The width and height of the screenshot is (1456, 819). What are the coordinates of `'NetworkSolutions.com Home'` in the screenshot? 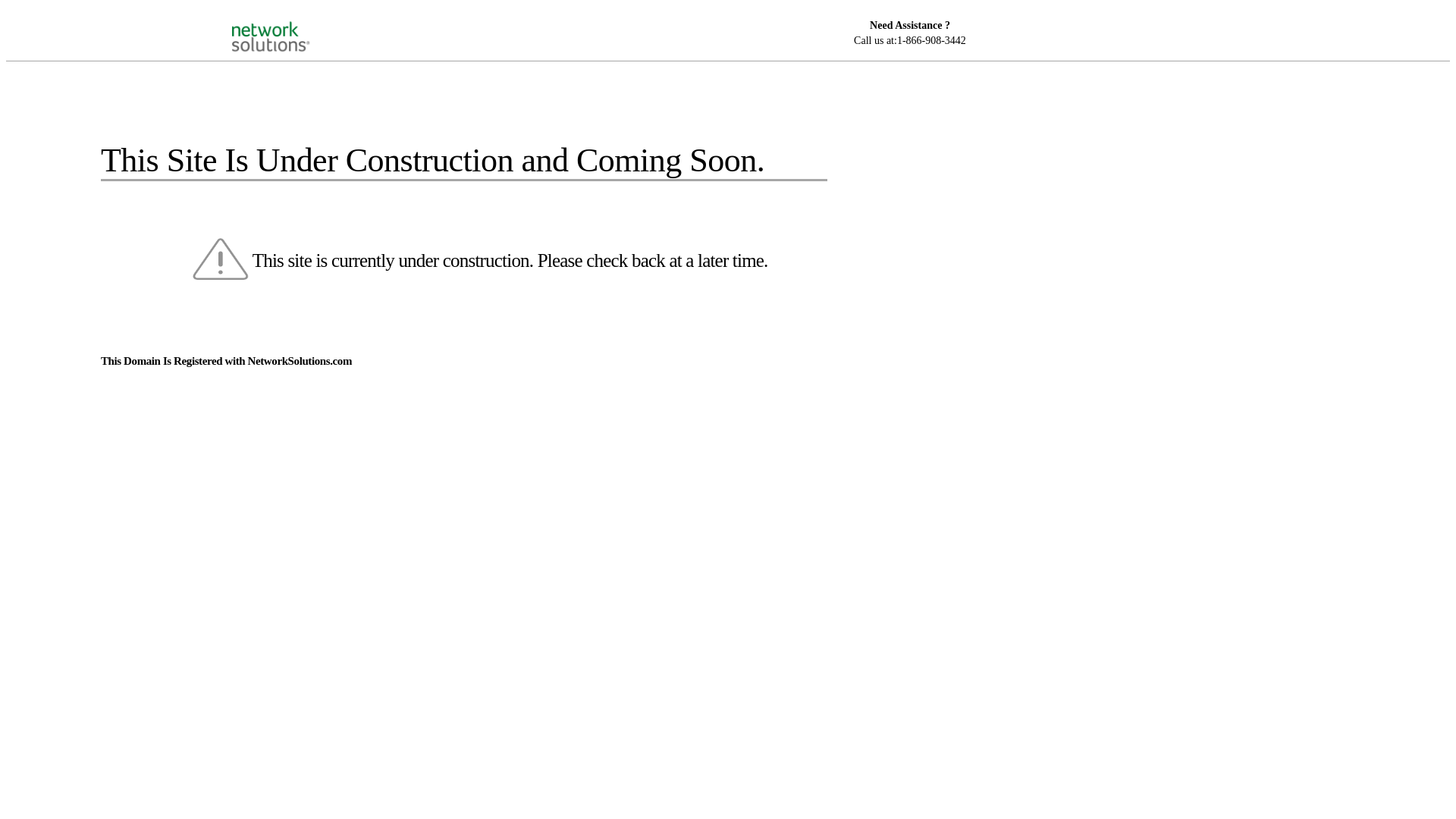 It's located at (290, 23).